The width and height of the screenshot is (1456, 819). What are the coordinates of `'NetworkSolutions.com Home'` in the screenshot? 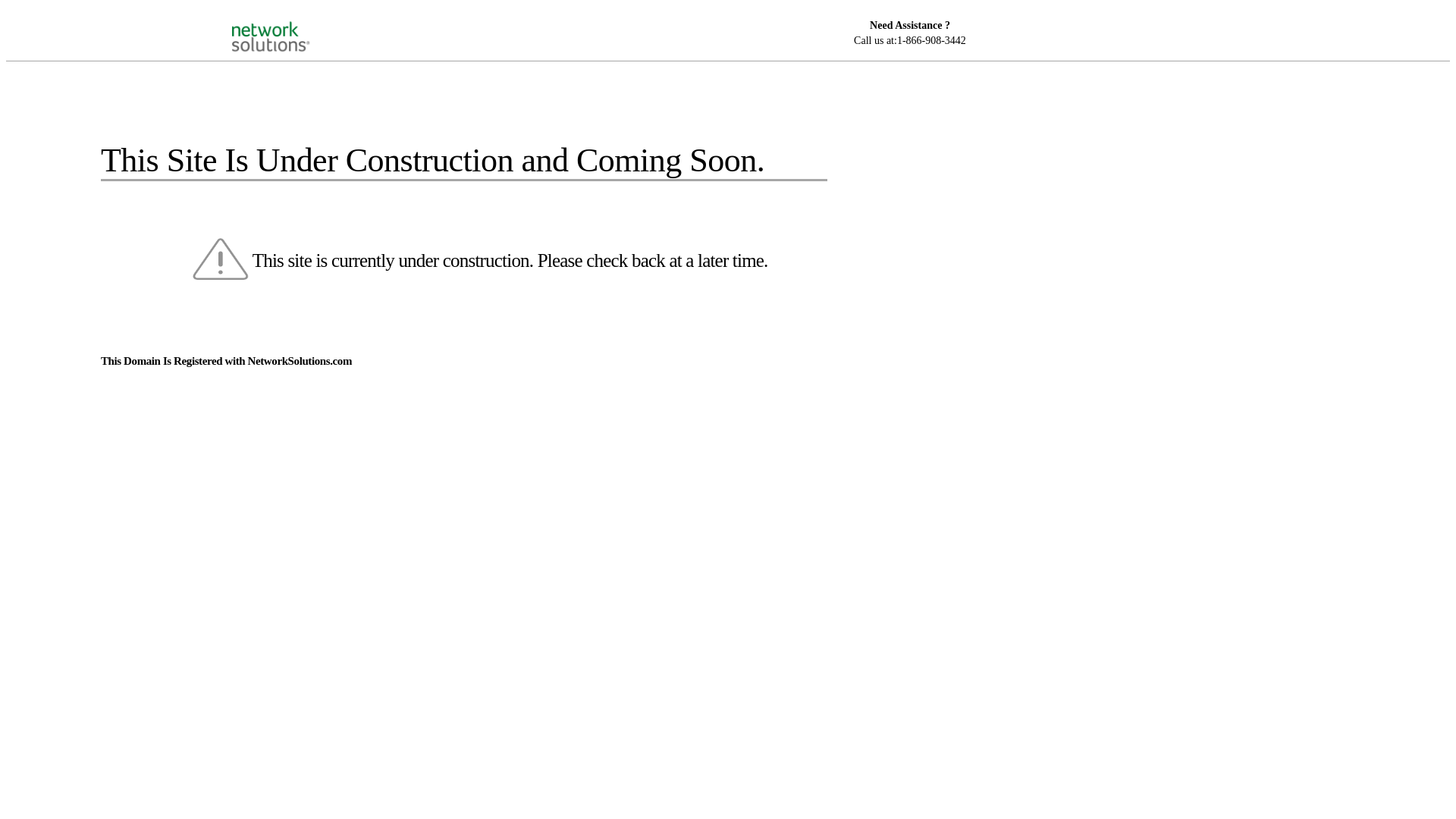 It's located at (290, 23).